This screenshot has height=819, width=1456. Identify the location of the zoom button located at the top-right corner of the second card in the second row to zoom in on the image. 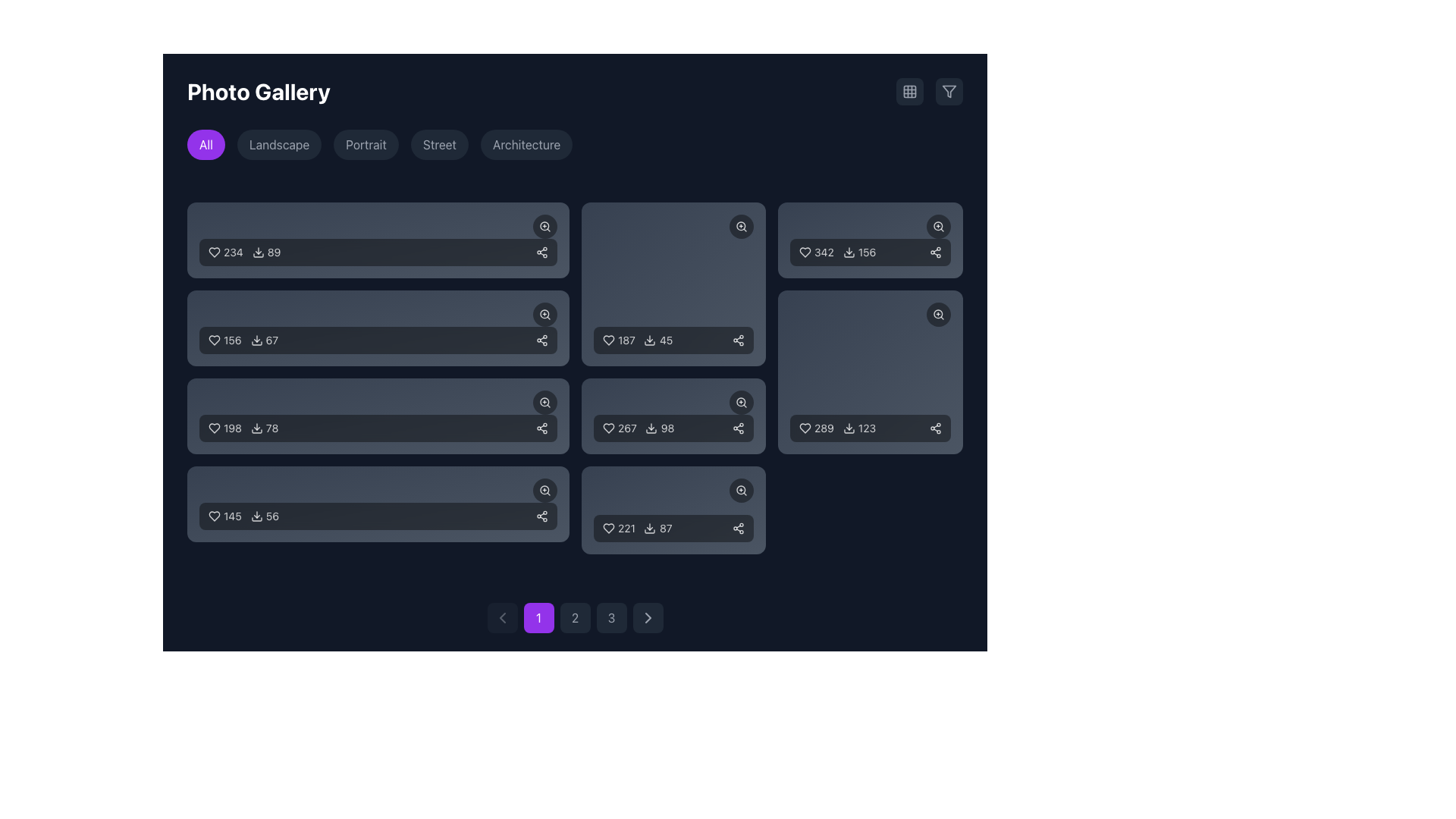
(742, 227).